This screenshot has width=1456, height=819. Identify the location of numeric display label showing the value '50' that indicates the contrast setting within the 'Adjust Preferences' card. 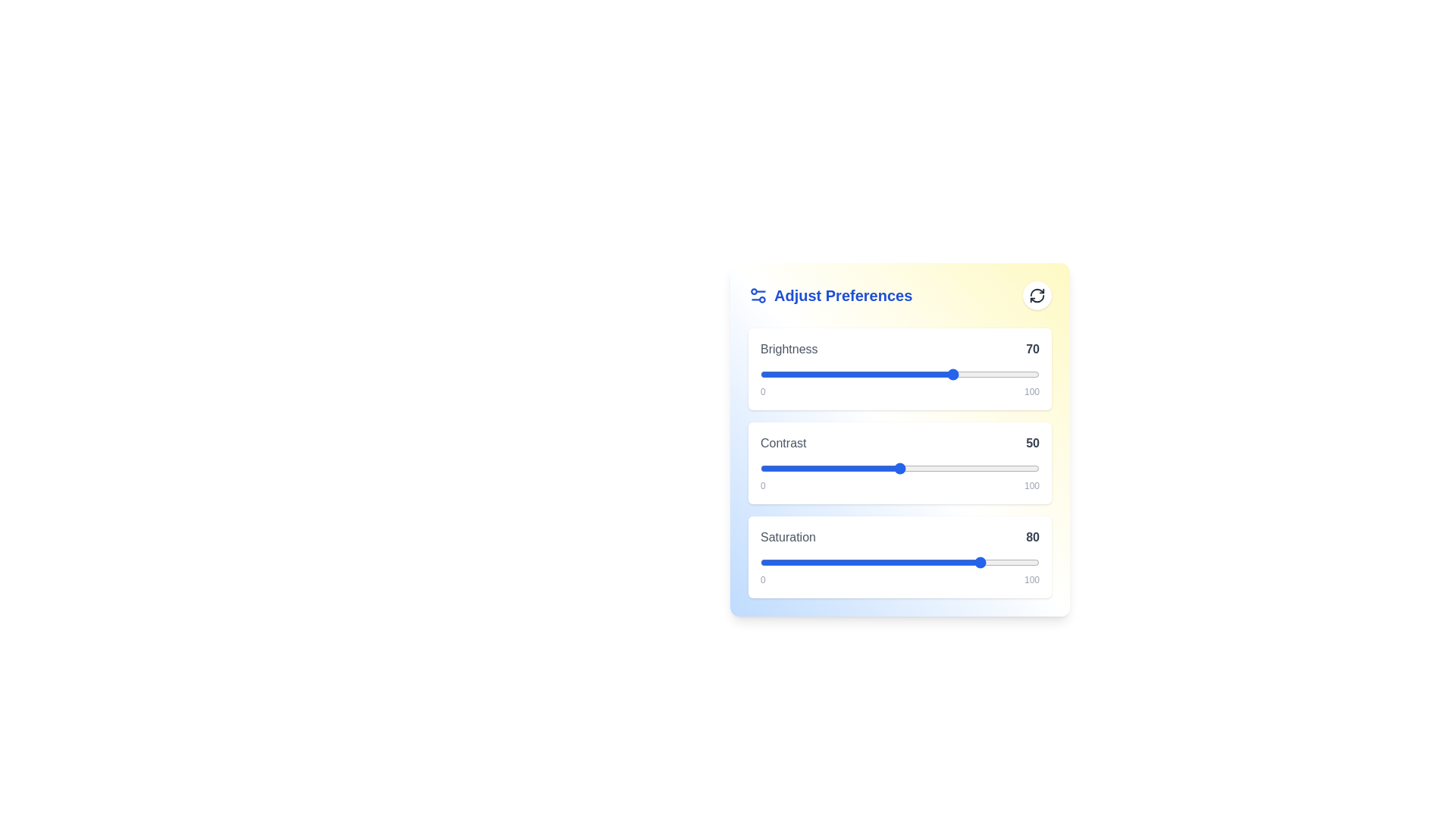
(1032, 444).